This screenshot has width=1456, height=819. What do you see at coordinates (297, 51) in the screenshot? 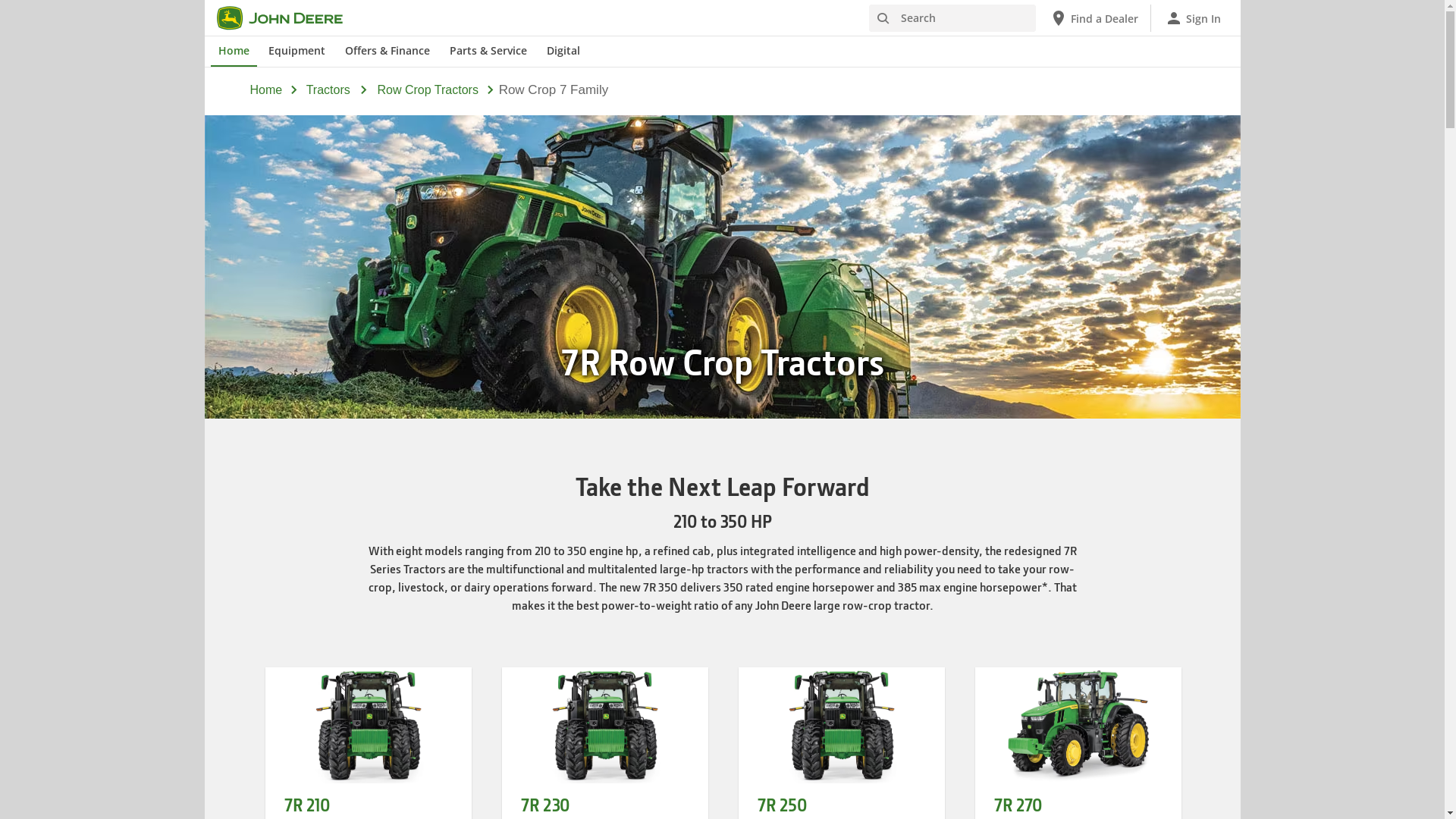
I see `'Equipment'` at bounding box center [297, 51].